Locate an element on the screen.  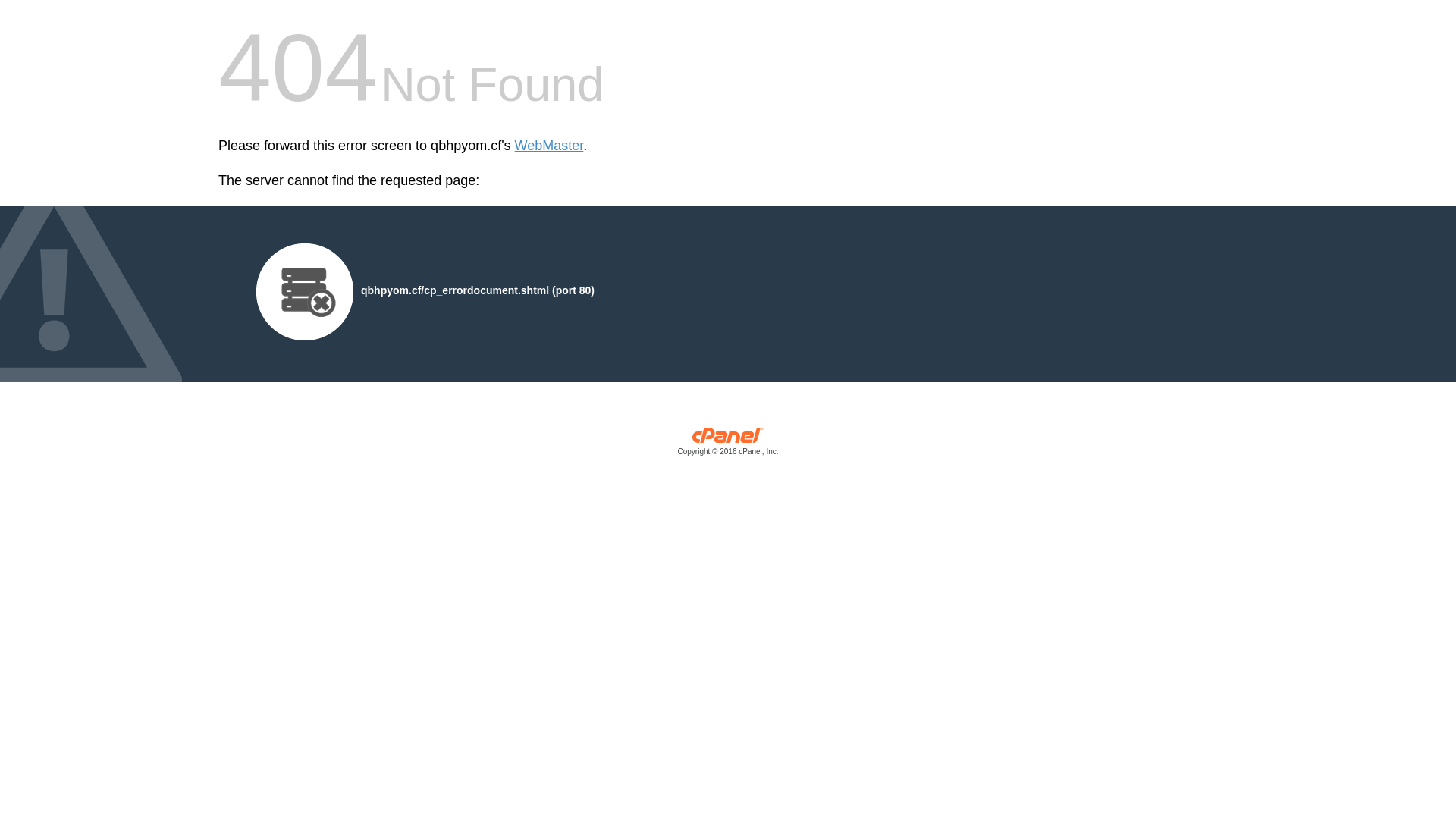
'WebMaster' is located at coordinates (548, 146).